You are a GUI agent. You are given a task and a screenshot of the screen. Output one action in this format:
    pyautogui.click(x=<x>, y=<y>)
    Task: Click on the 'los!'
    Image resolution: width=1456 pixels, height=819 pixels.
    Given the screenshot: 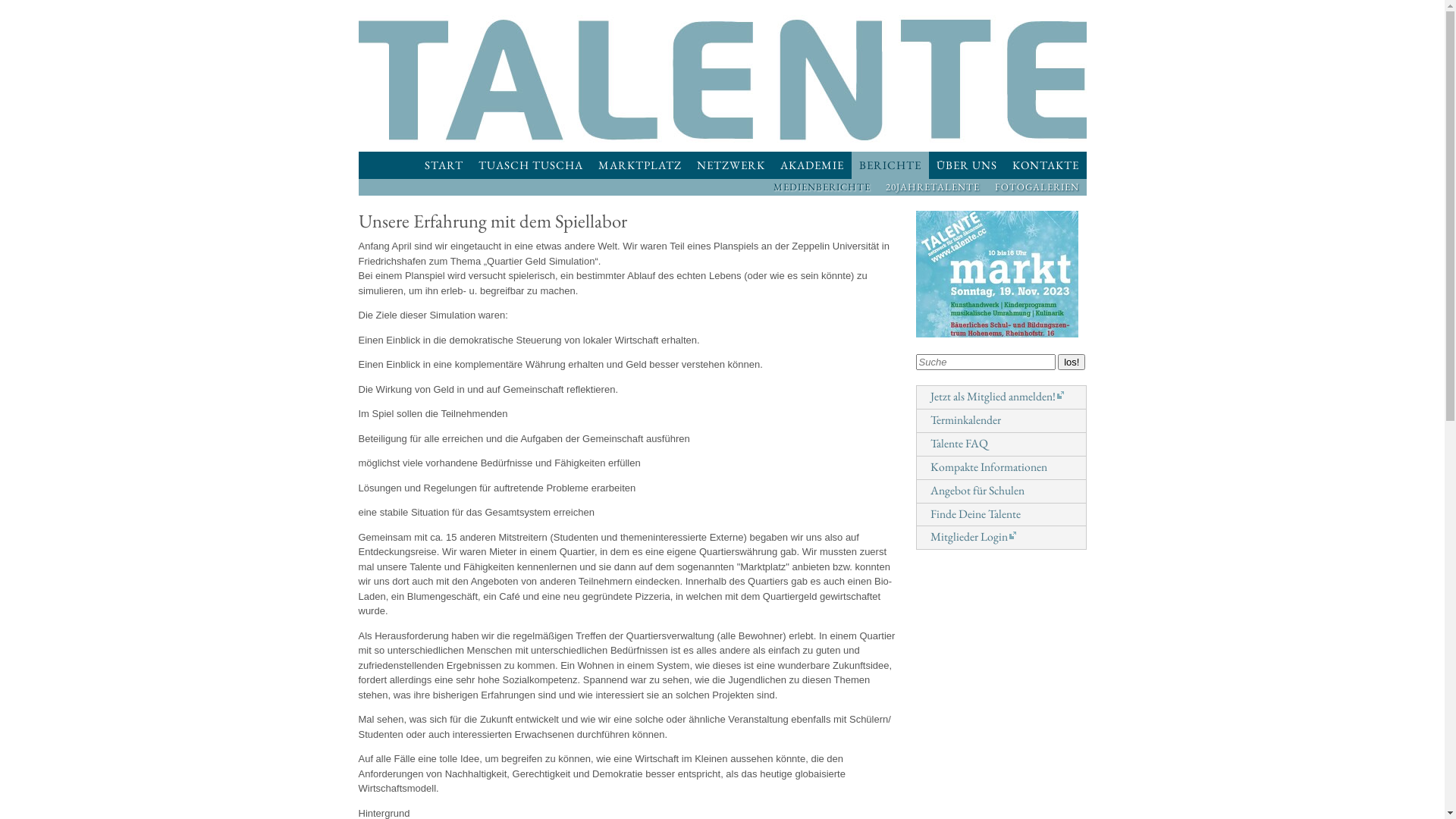 What is the action you would take?
    pyautogui.click(x=1070, y=362)
    